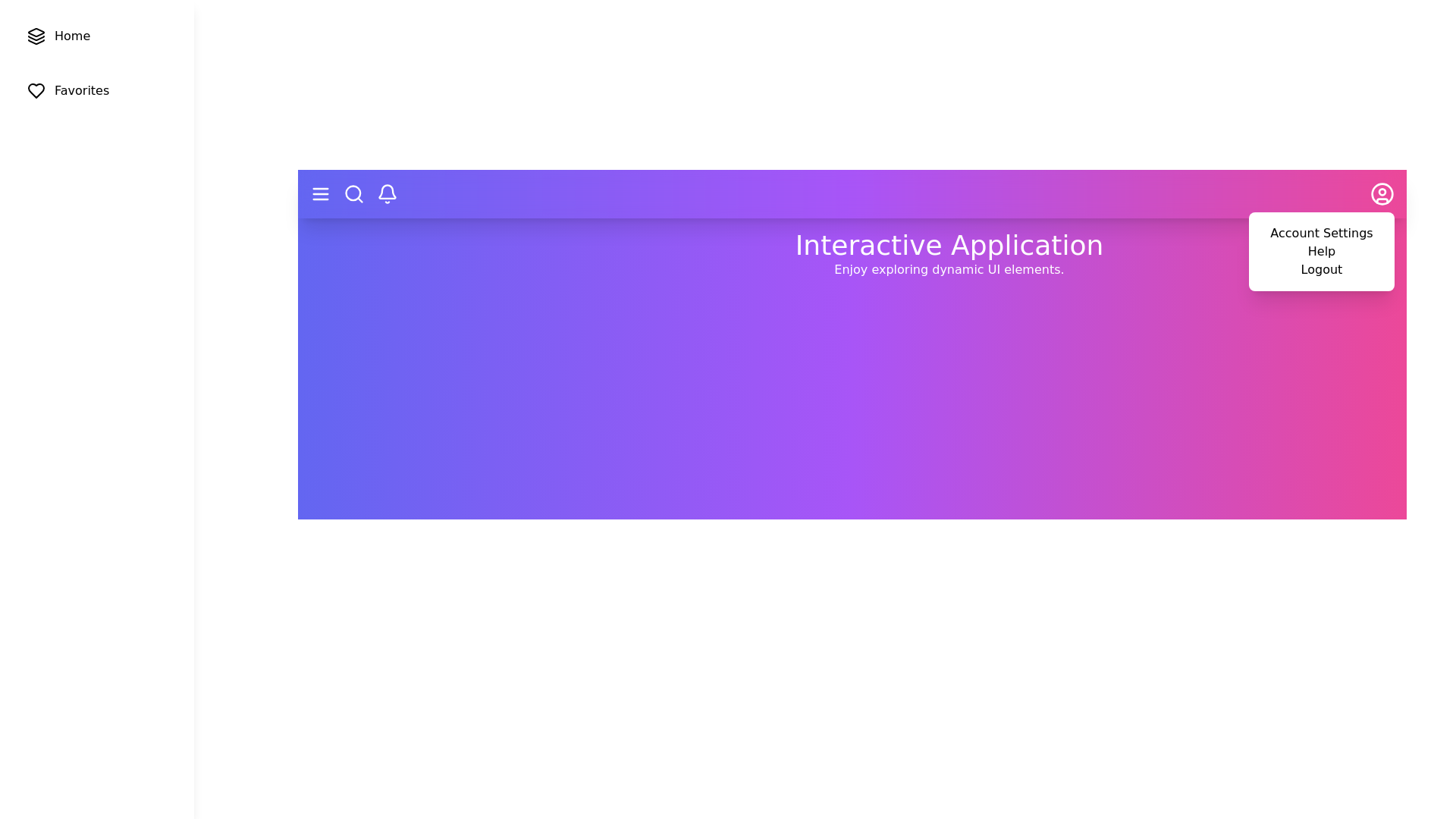 This screenshot has width=1456, height=819. Describe the element at coordinates (1320, 234) in the screenshot. I see `the Account Settings option from the dropdown menu` at that location.